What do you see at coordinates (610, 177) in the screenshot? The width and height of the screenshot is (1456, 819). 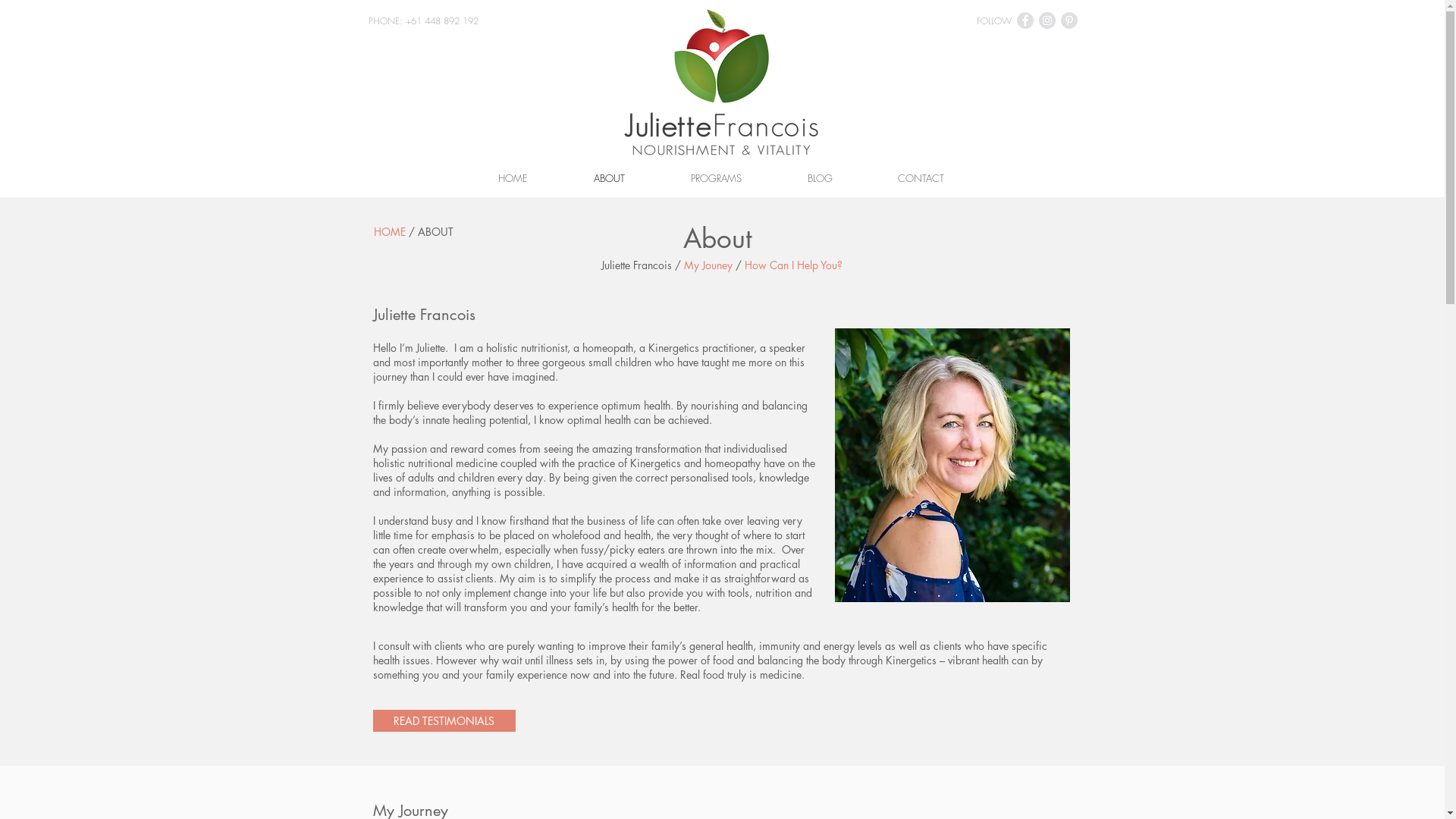 I see `'ABOUT'` at bounding box center [610, 177].